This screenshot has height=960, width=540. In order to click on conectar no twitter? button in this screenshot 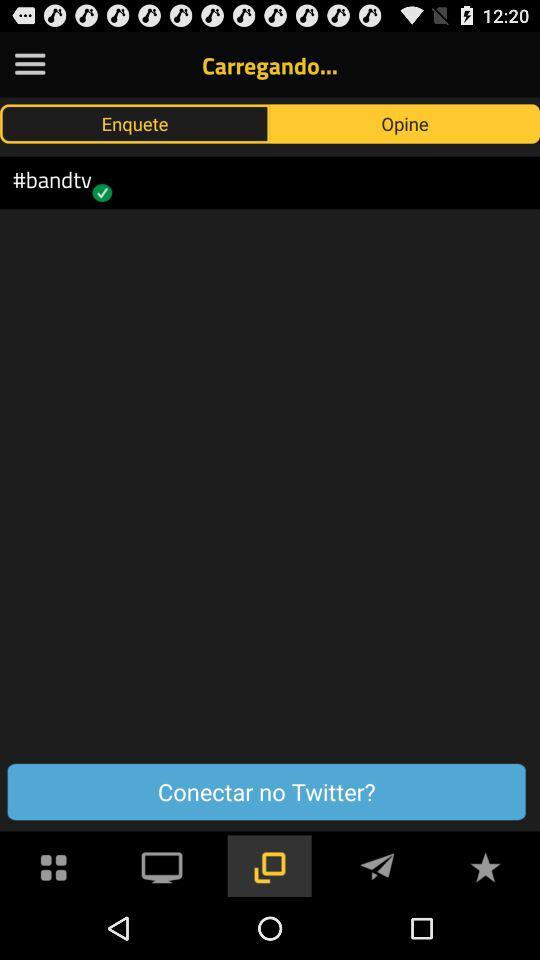, I will do `click(266, 792)`.